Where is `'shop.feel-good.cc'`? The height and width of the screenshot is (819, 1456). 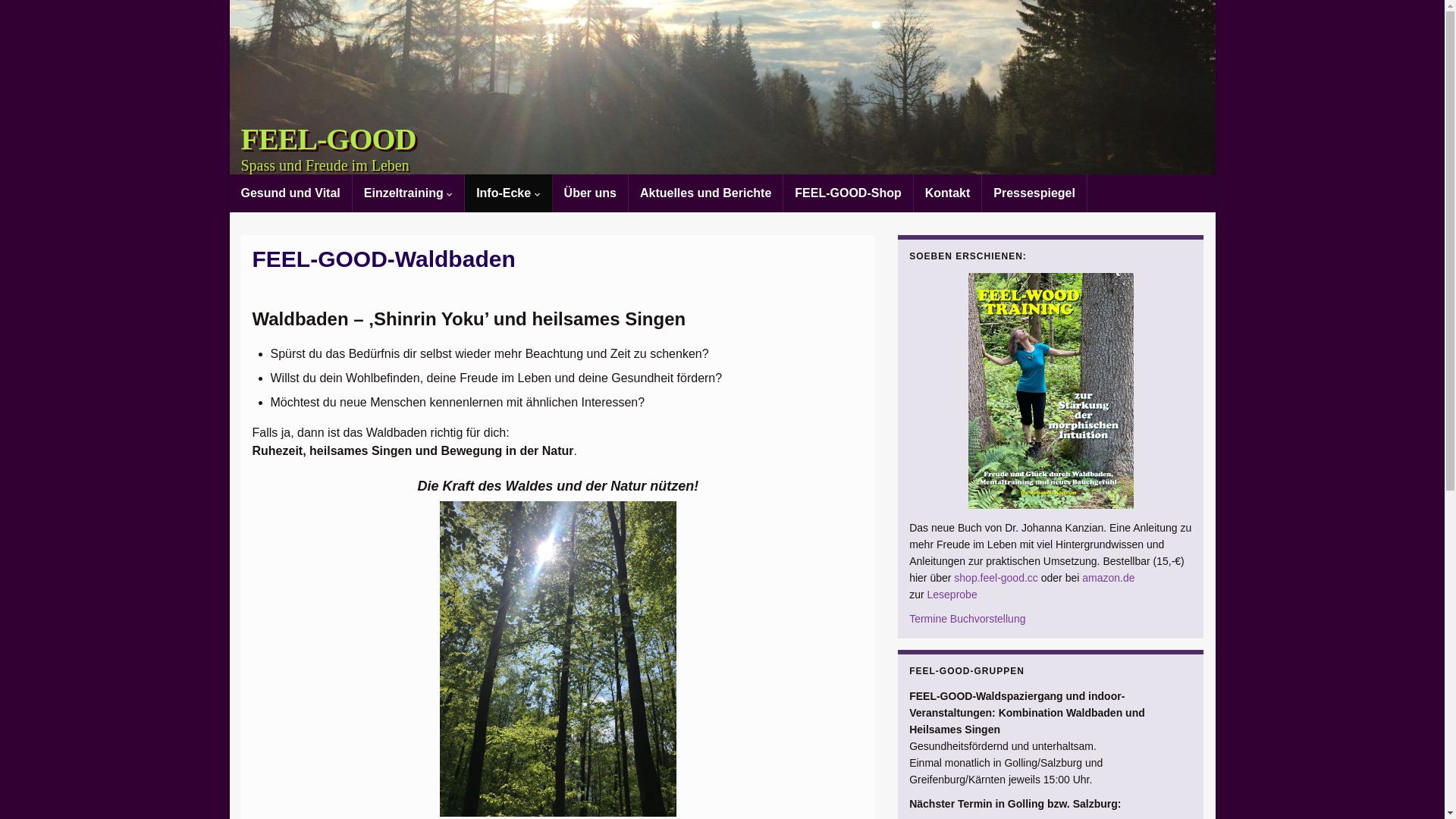
'shop.feel-good.cc' is located at coordinates (996, 578).